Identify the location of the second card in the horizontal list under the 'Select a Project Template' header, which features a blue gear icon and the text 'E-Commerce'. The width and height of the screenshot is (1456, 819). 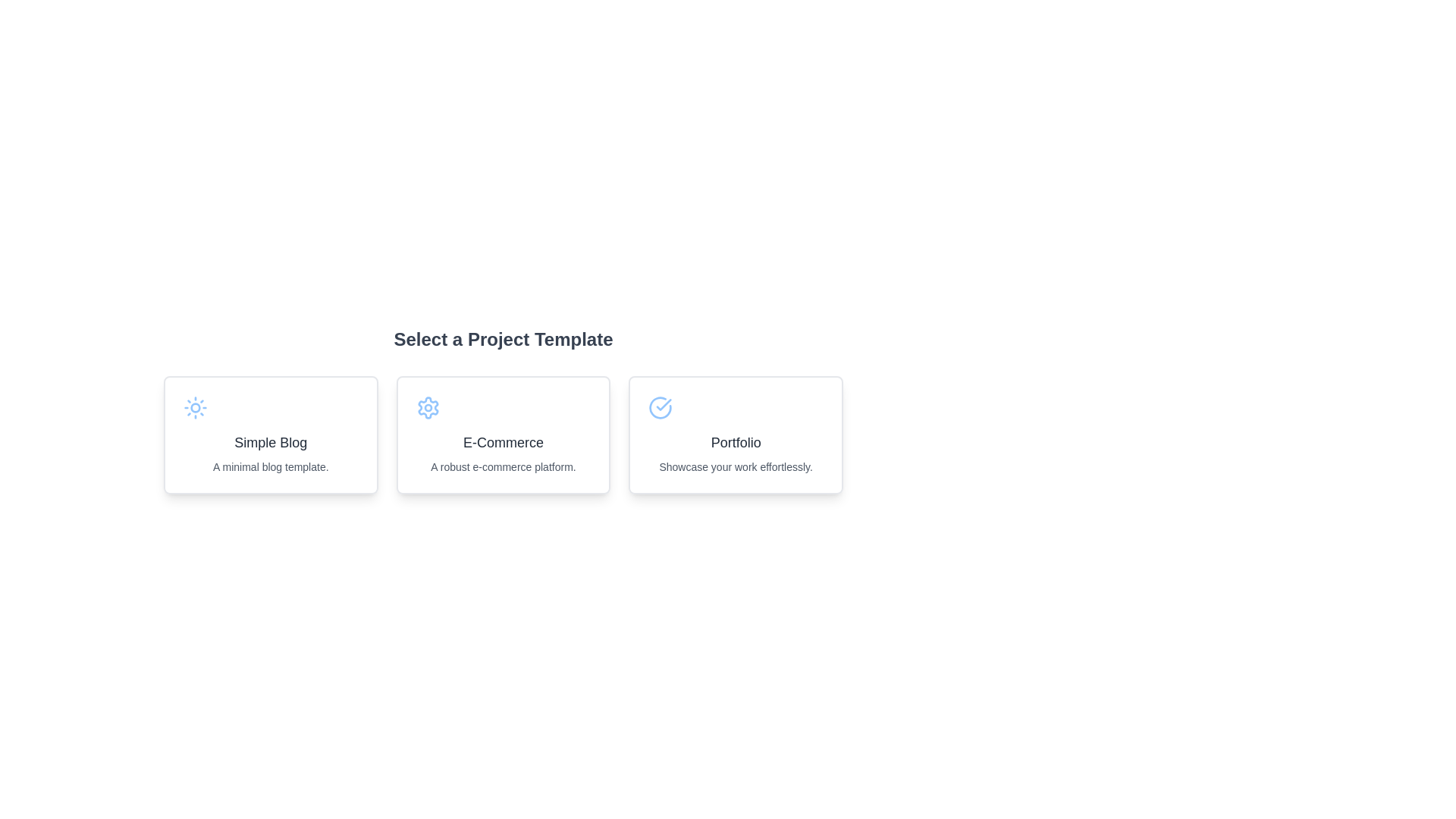
(503, 435).